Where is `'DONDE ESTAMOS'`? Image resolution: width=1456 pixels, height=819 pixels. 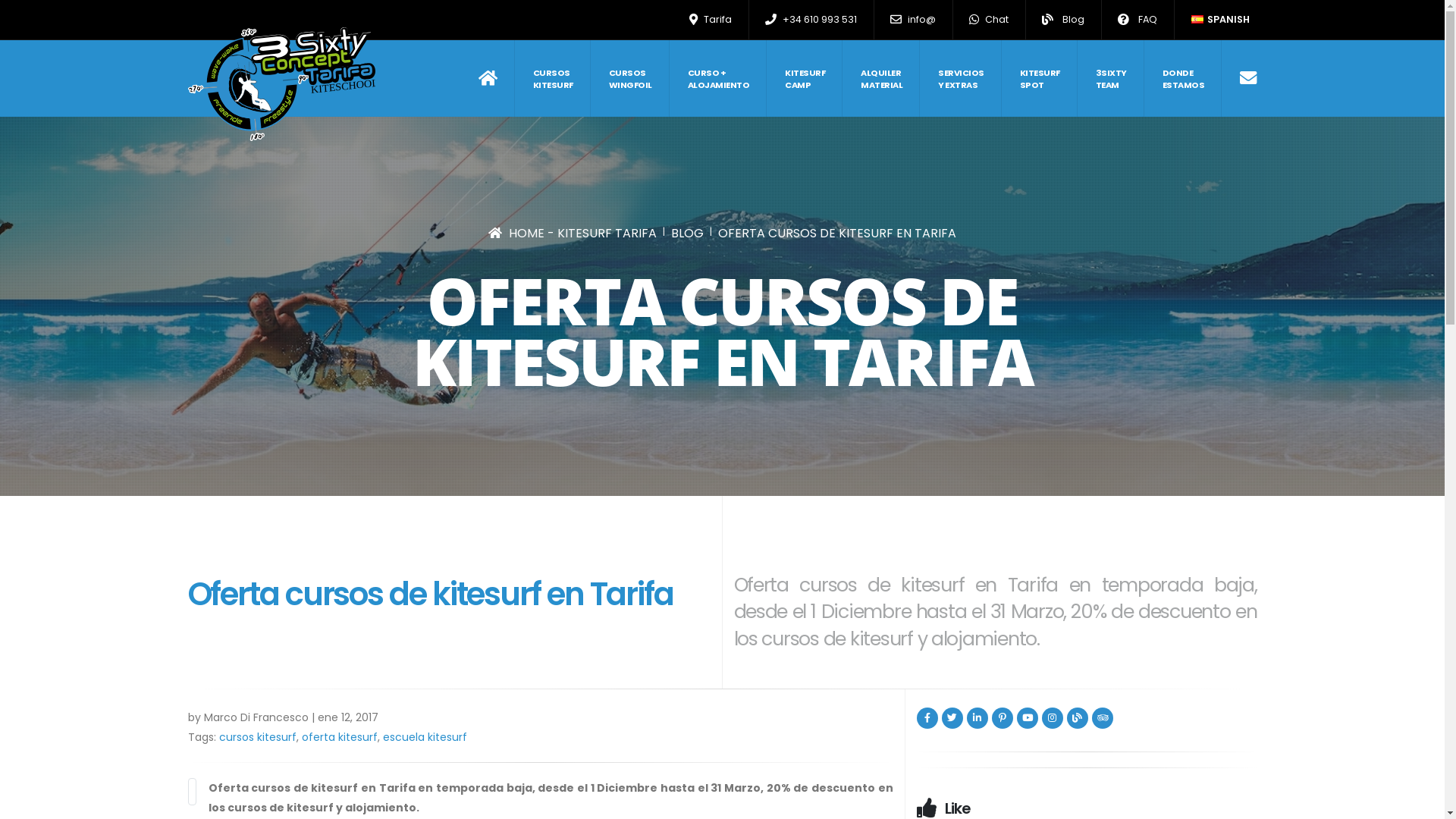 'DONDE ESTAMOS' is located at coordinates (1182, 78).